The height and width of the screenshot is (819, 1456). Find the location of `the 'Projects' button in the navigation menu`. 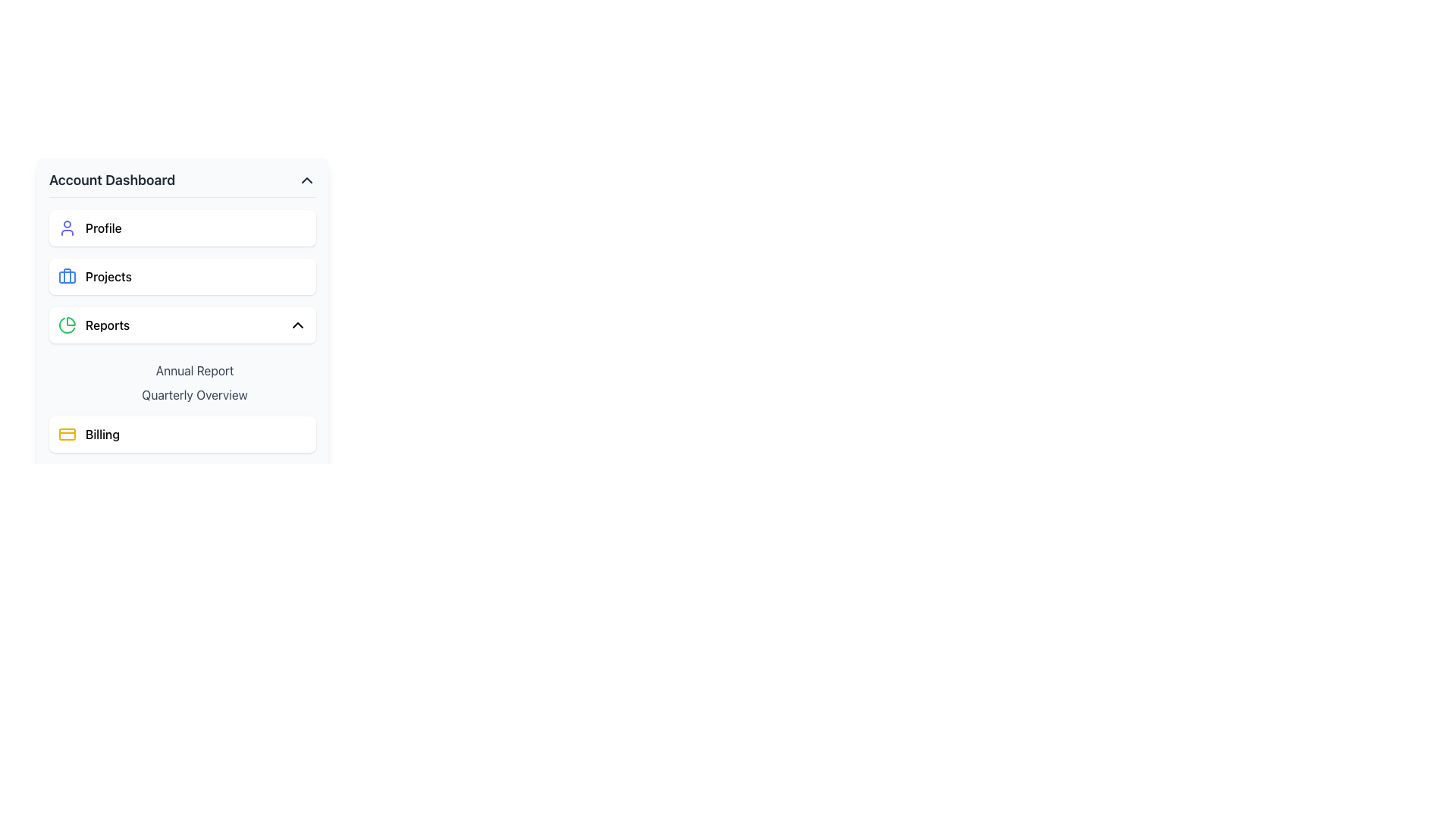

the 'Projects' button in the navigation menu is located at coordinates (182, 277).